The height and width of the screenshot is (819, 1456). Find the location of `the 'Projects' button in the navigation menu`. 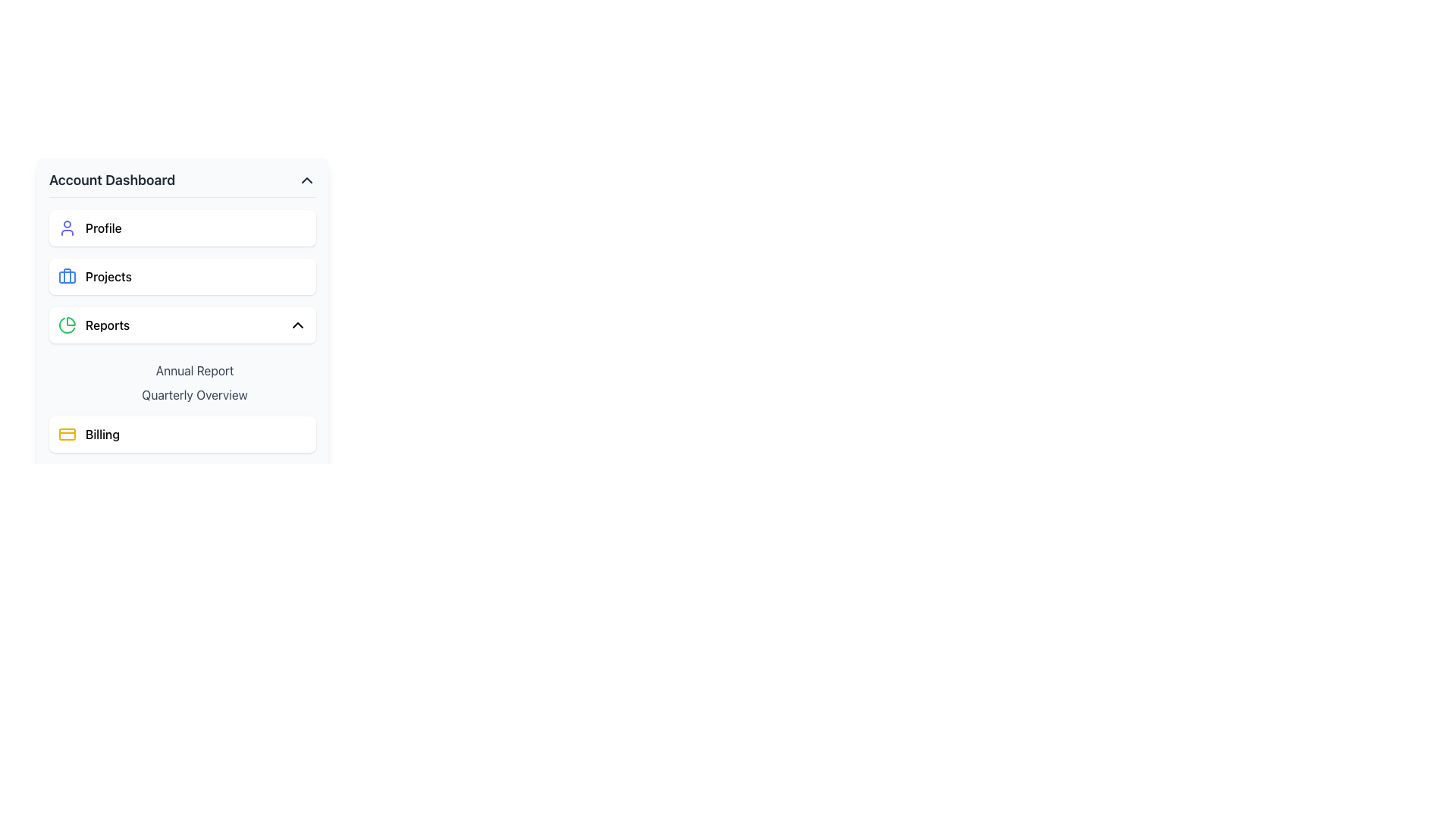

the 'Projects' button in the navigation menu is located at coordinates (182, 277).